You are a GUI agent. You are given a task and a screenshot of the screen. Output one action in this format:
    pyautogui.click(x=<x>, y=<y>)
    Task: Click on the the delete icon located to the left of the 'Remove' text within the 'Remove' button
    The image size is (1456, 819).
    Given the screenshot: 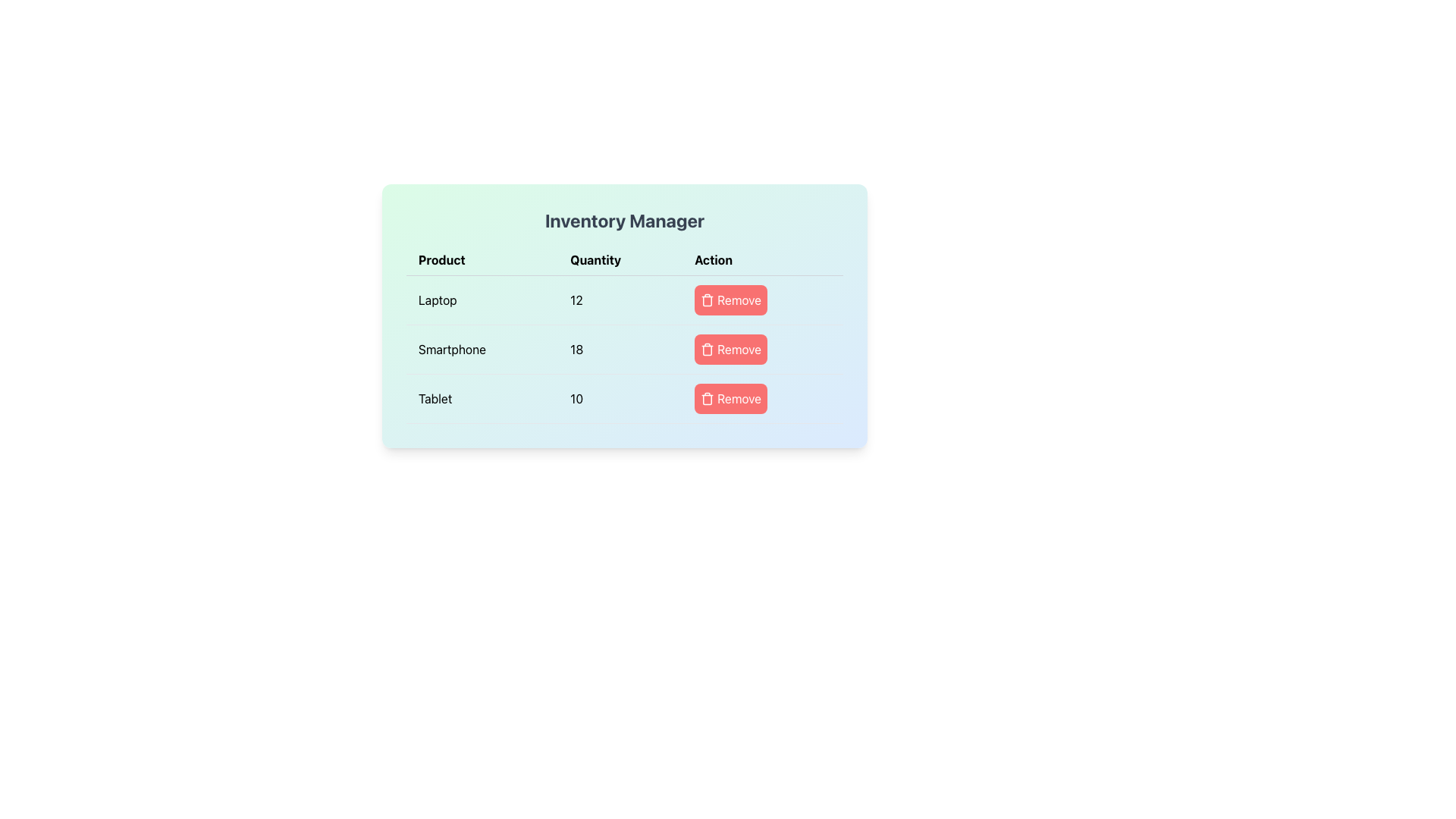 What is the action you would take?
    pyautogui.click(x=707, y=397)
    